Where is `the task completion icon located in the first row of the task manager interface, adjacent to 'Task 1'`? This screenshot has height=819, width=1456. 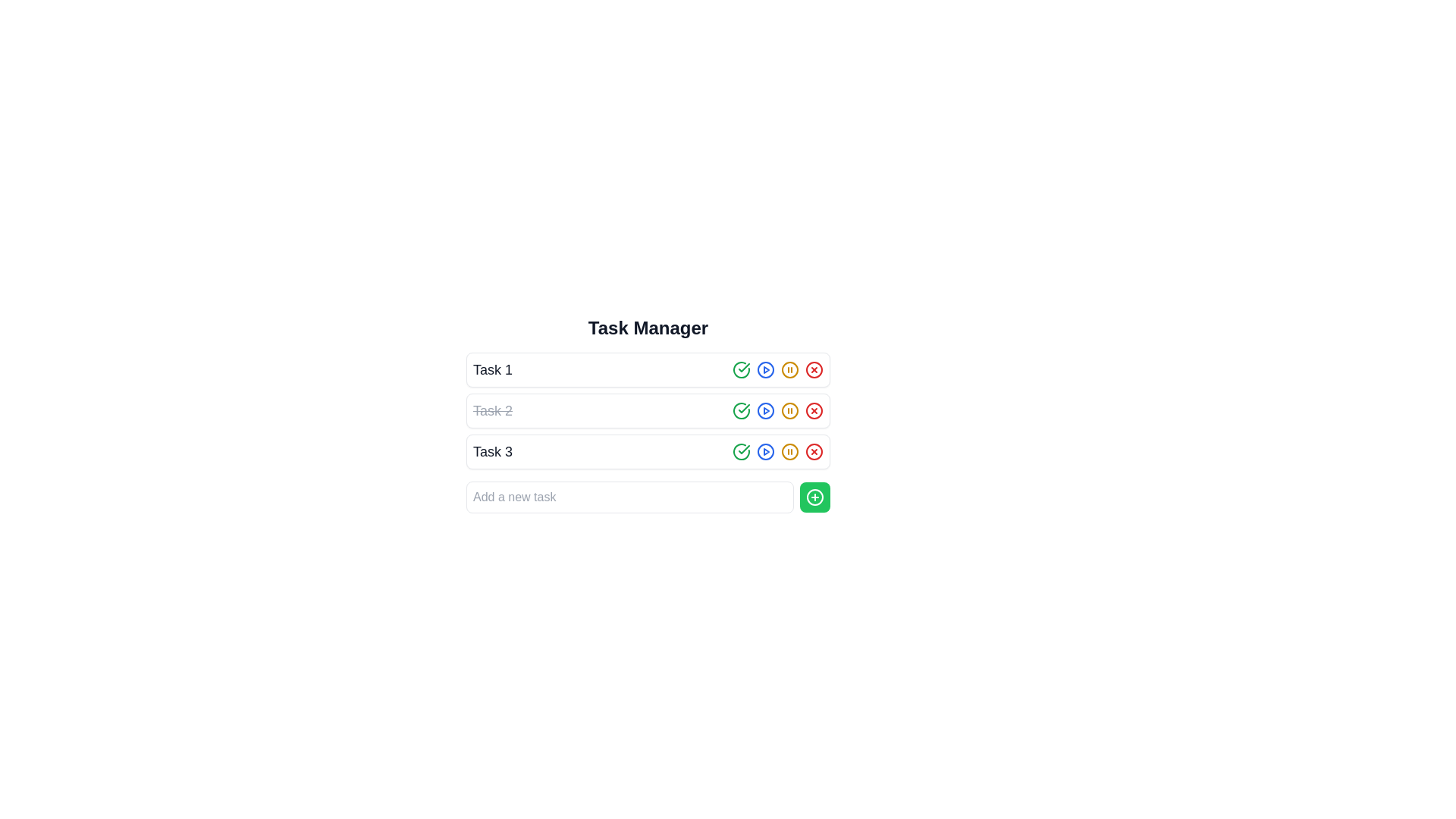 the task completion icon located in the first row of the task manager interface, adjacent to 'Task 1' is located at coordinates (744, 408).